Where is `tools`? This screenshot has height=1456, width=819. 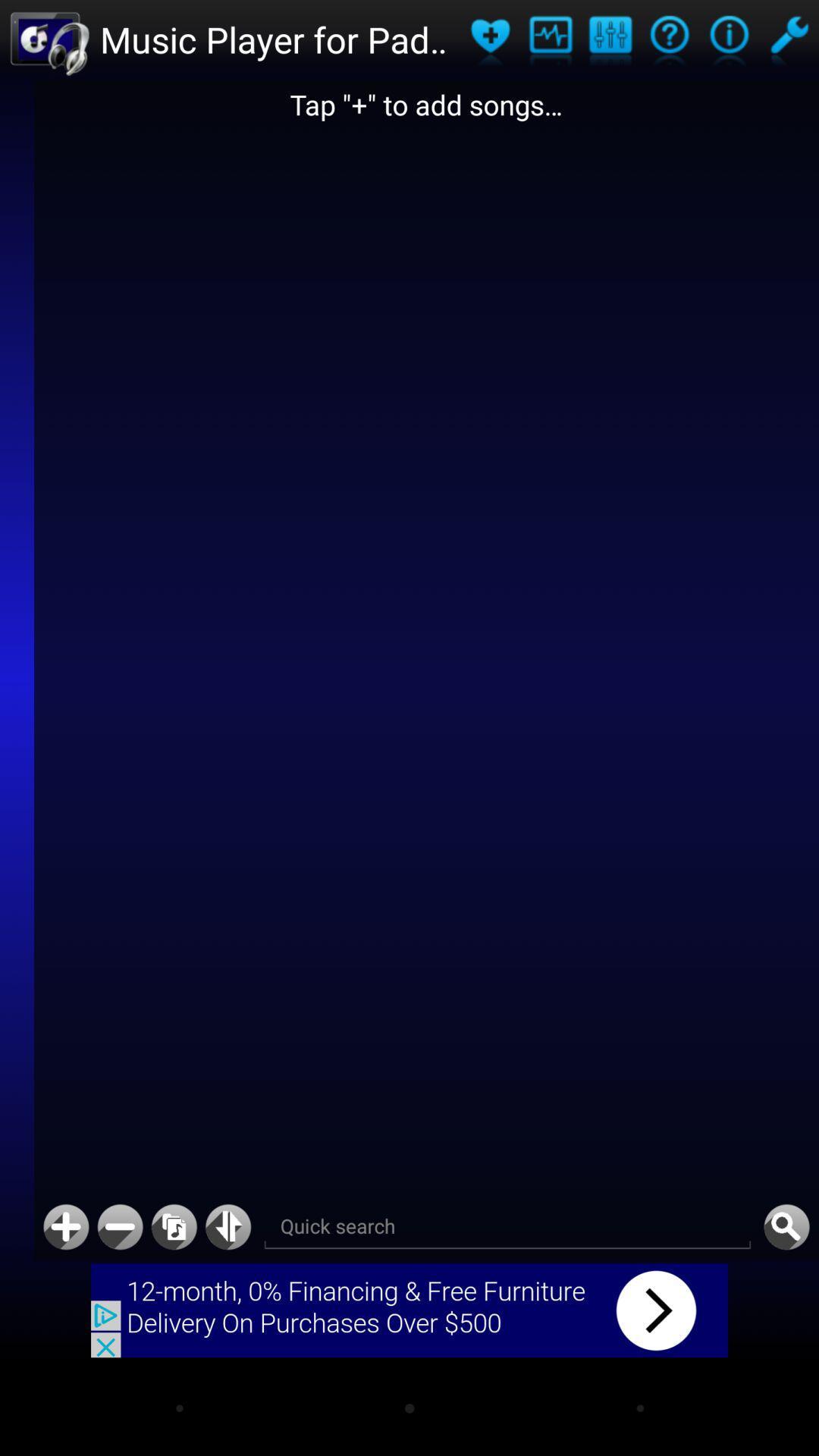
tools is located at coordinates (788, 39).